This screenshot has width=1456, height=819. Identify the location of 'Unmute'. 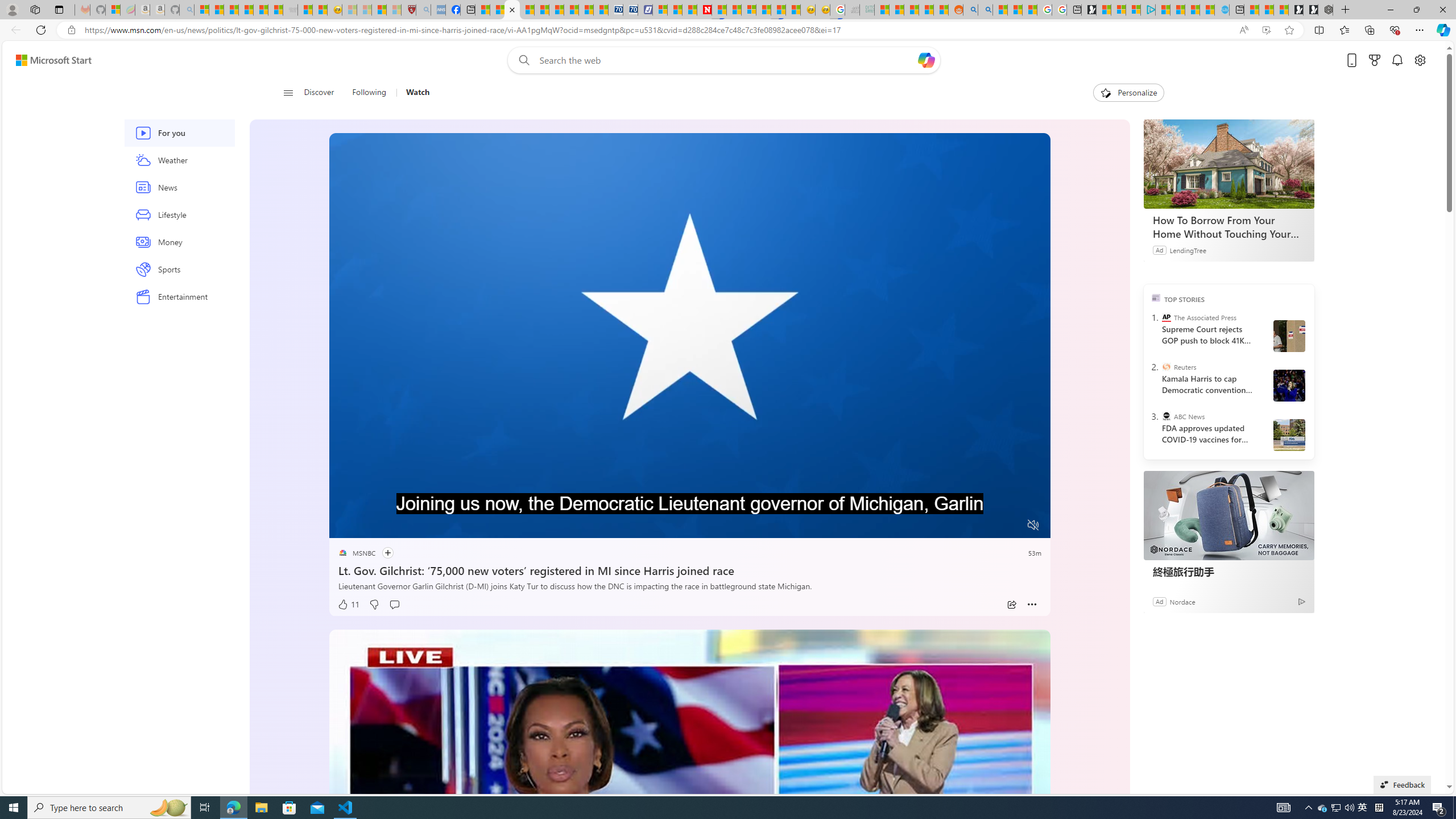
(1033, 524).